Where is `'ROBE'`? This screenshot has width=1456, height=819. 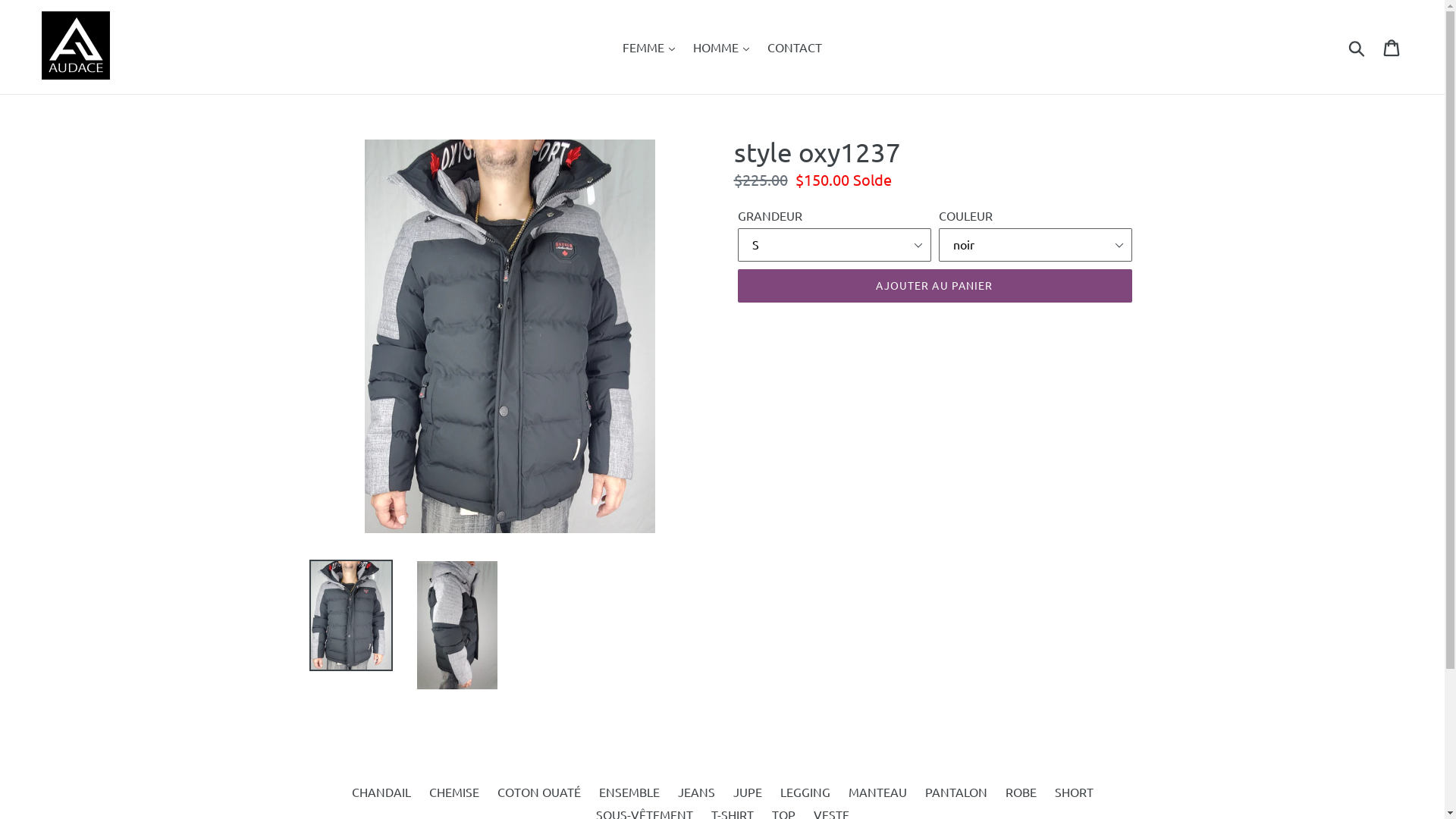
'ROBE' is located at coordinates (1005, 791).